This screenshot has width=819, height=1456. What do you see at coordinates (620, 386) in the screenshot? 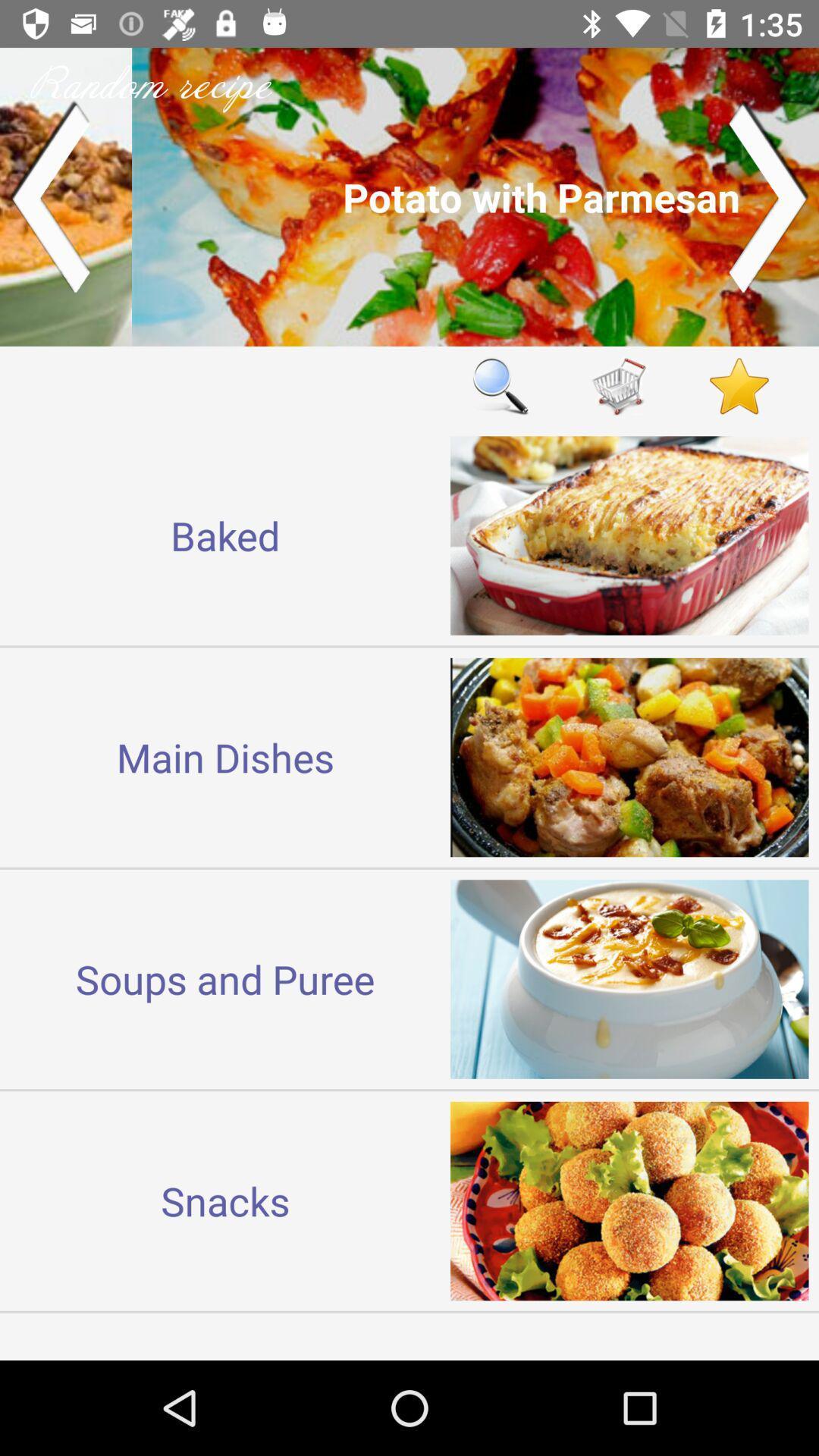
I see `shopping cart` at bounding box center [620, 386].